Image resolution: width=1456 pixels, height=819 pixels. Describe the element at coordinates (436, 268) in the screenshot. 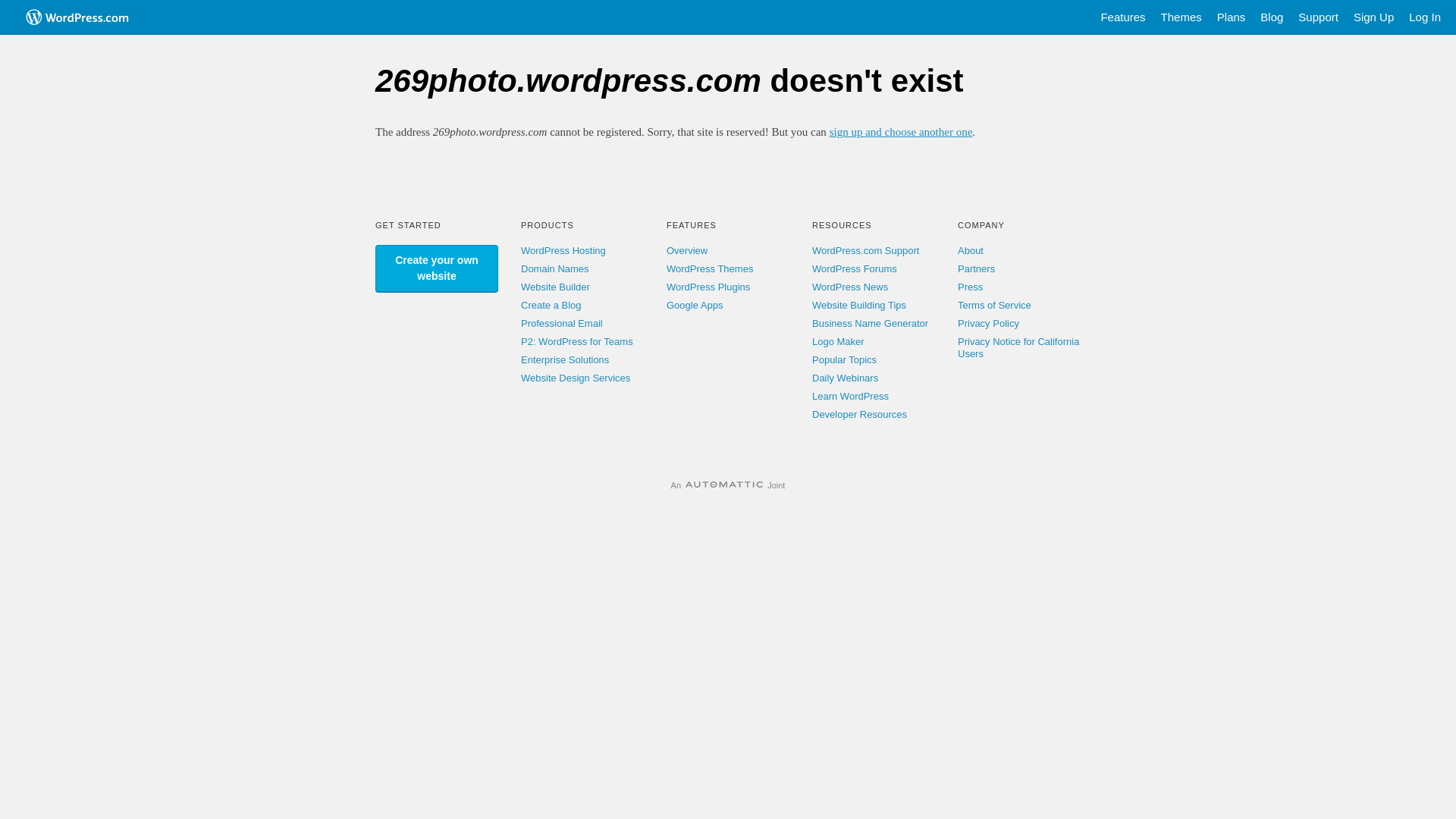

I see `'Create your own website'` at that location.